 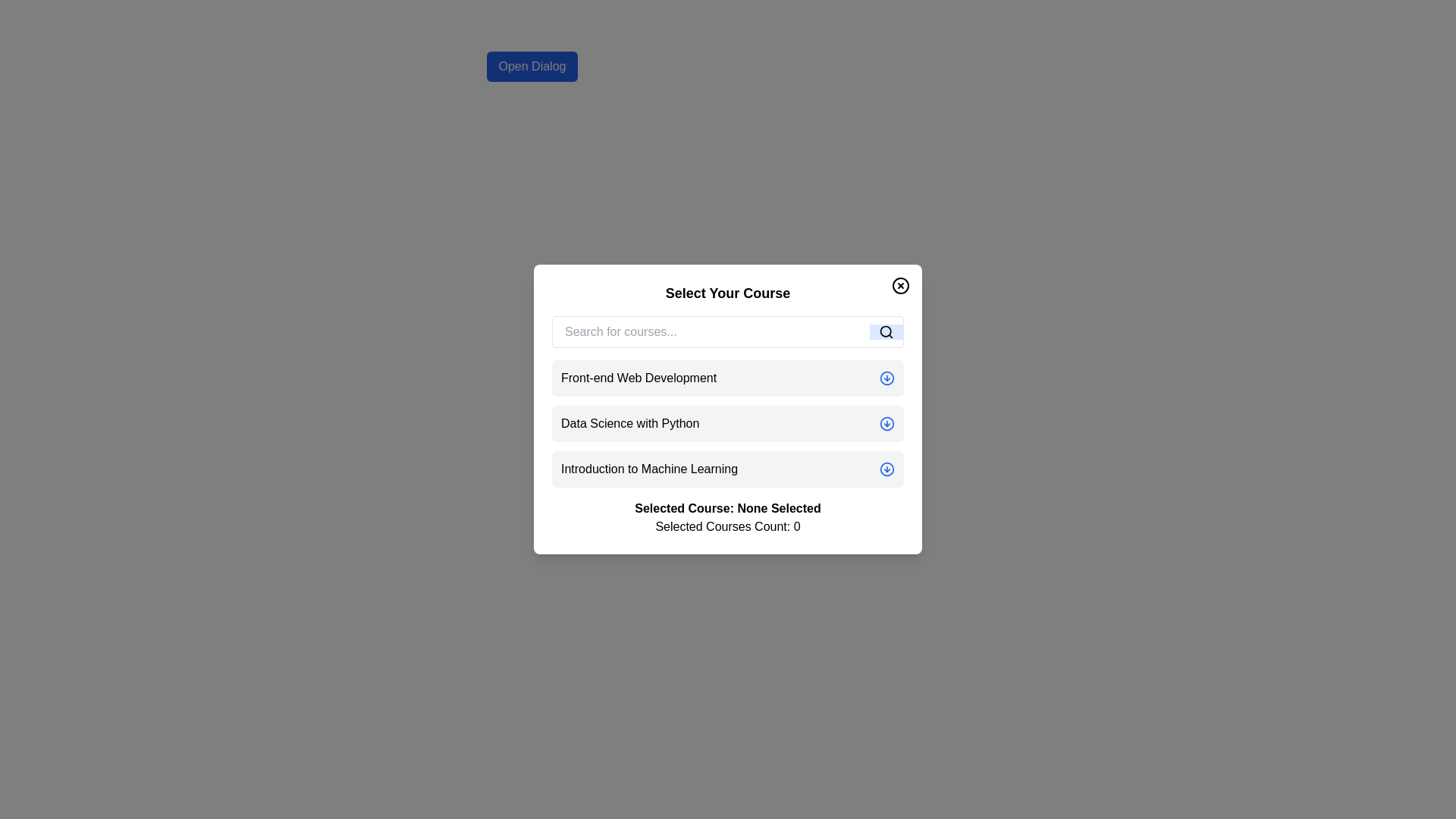 I want to click on the circular icon button with a magnifying glass symbol located to the immediate right of the search input field, so click(x=886, y=331).